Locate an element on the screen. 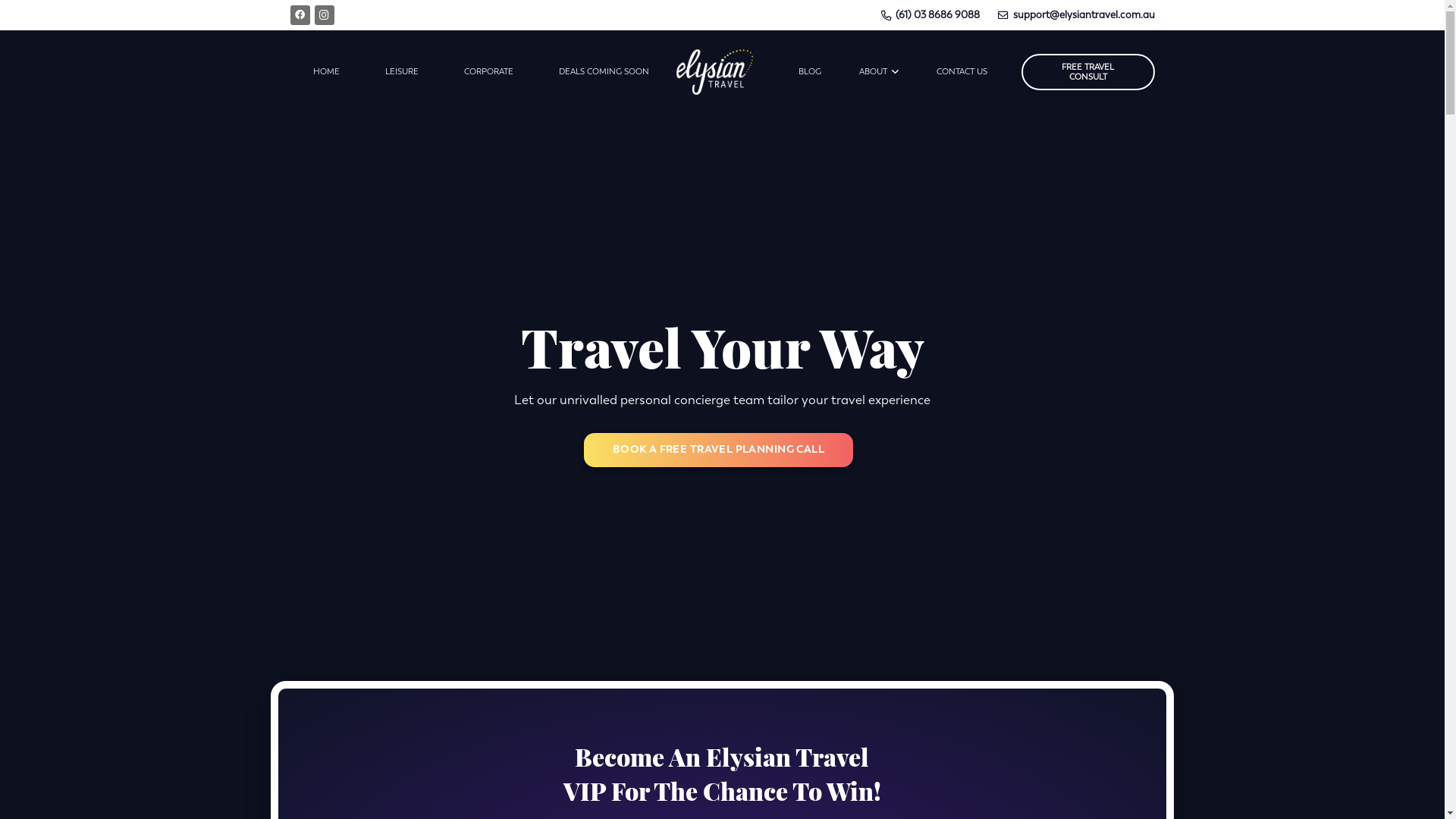  'support@elysiantravel.com.au' is located at coordinates (1075, 14).